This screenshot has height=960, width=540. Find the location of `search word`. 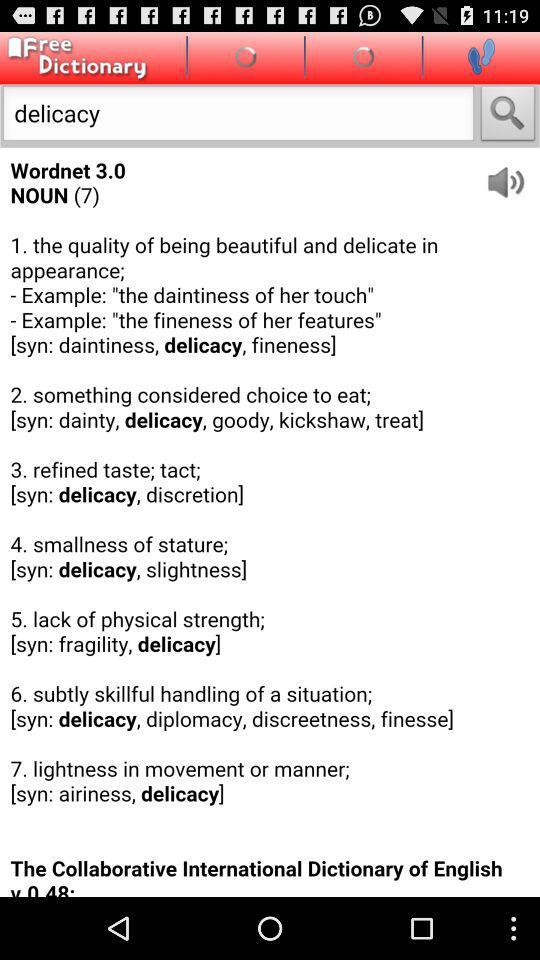

search word is located at coordinates (508, 115).